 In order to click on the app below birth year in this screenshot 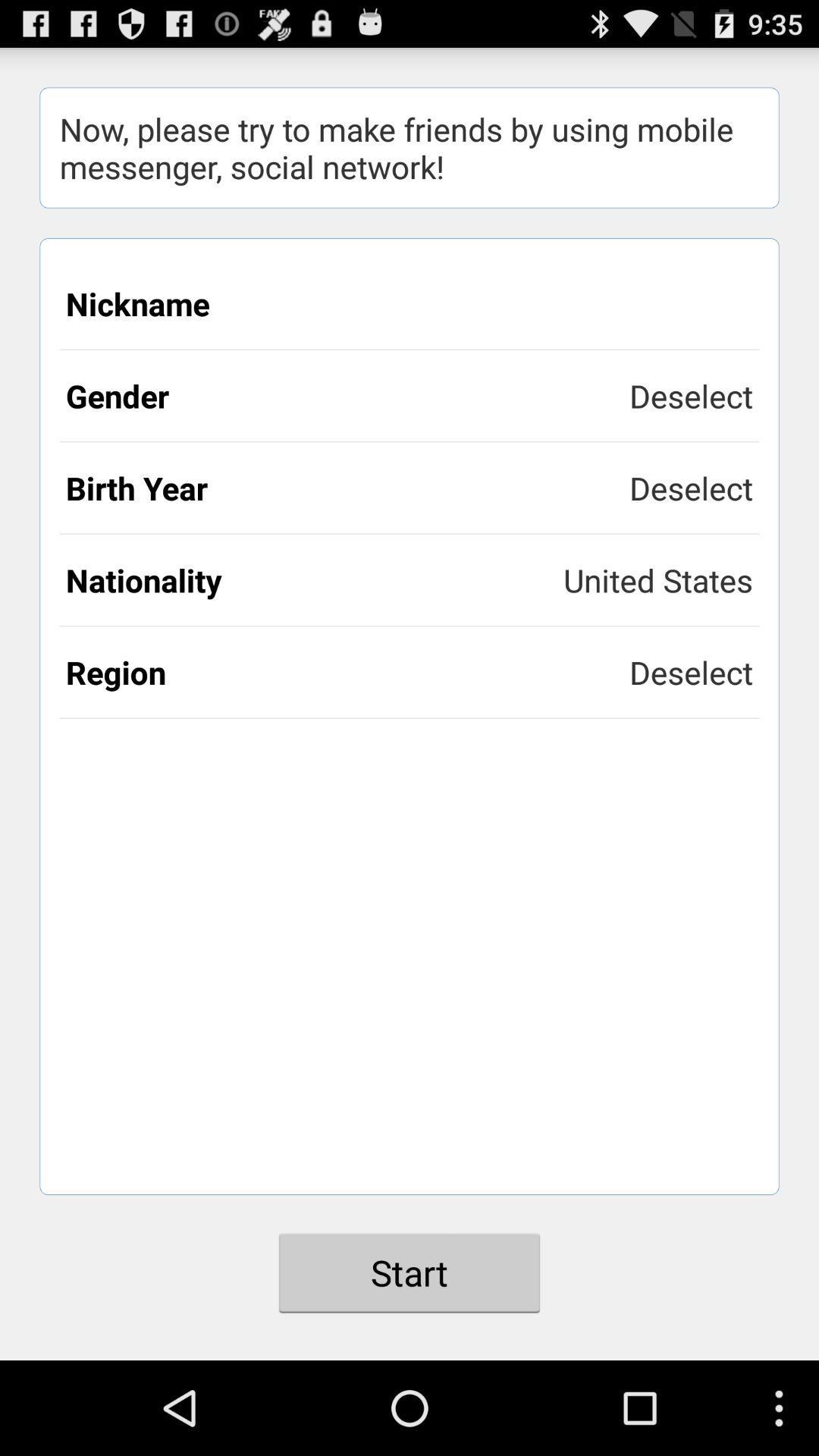, I will do `click(314, 579)`.